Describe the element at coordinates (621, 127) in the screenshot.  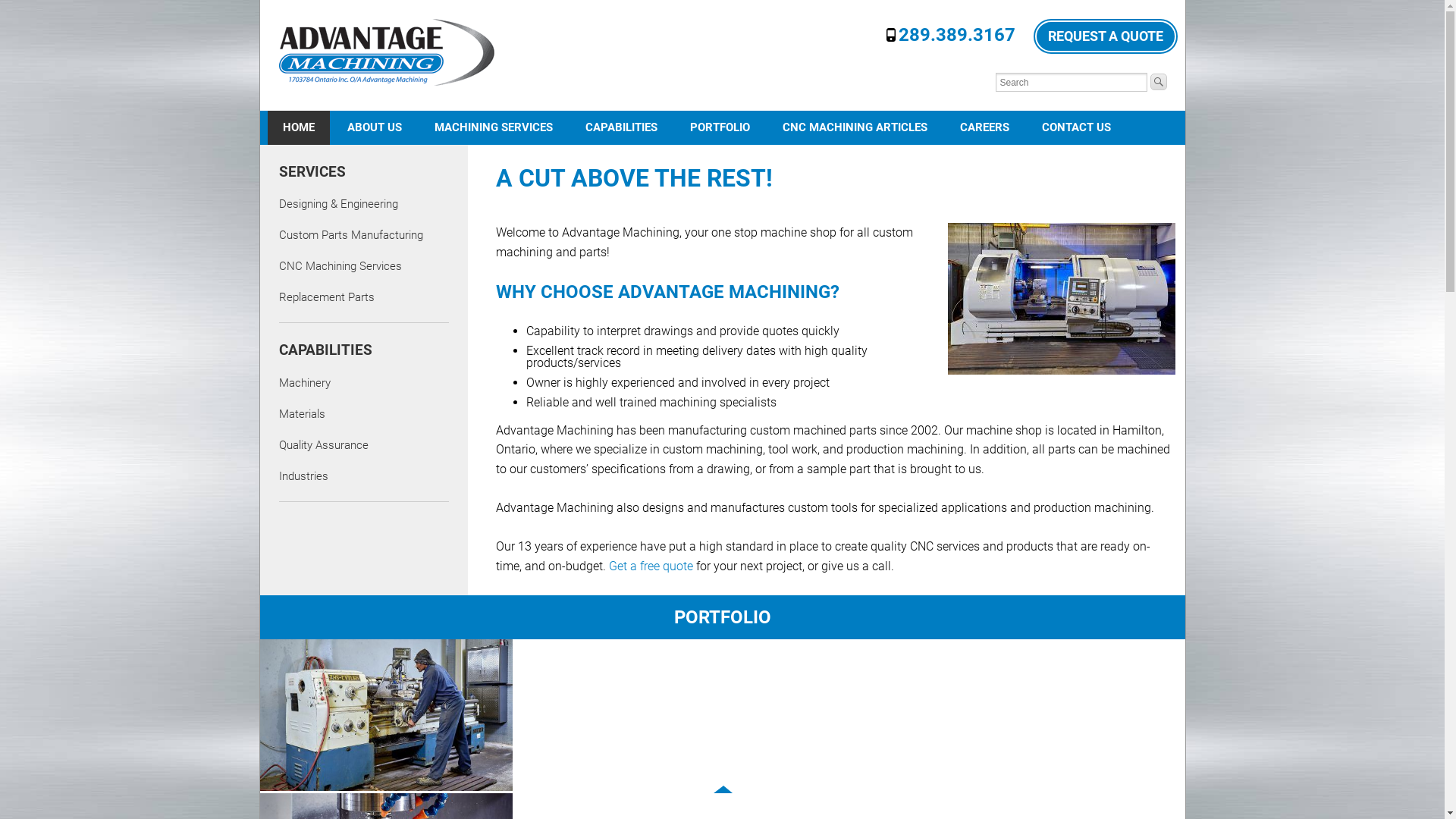
I see `'CAPABILITIES'` at that location.